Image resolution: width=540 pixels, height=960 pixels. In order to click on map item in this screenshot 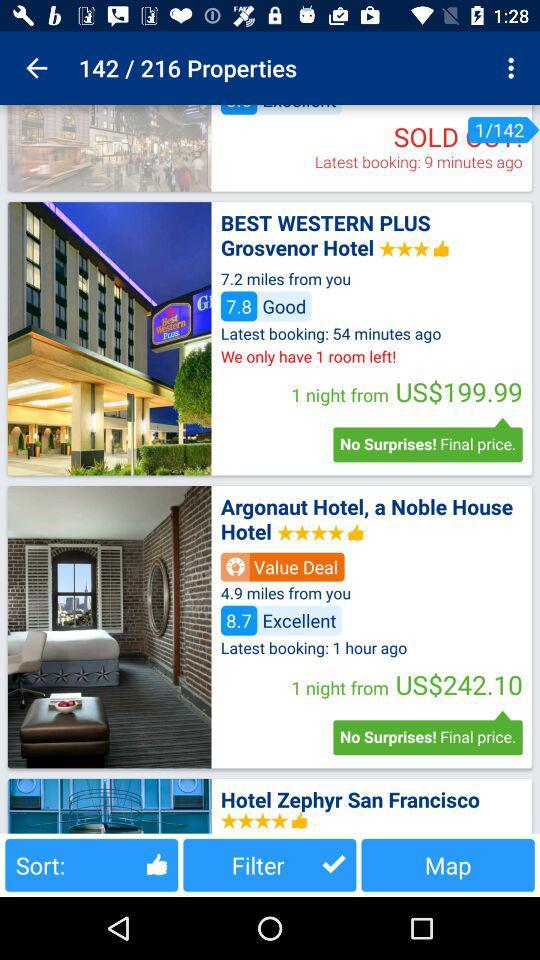, I will do `click(448, 864)`.